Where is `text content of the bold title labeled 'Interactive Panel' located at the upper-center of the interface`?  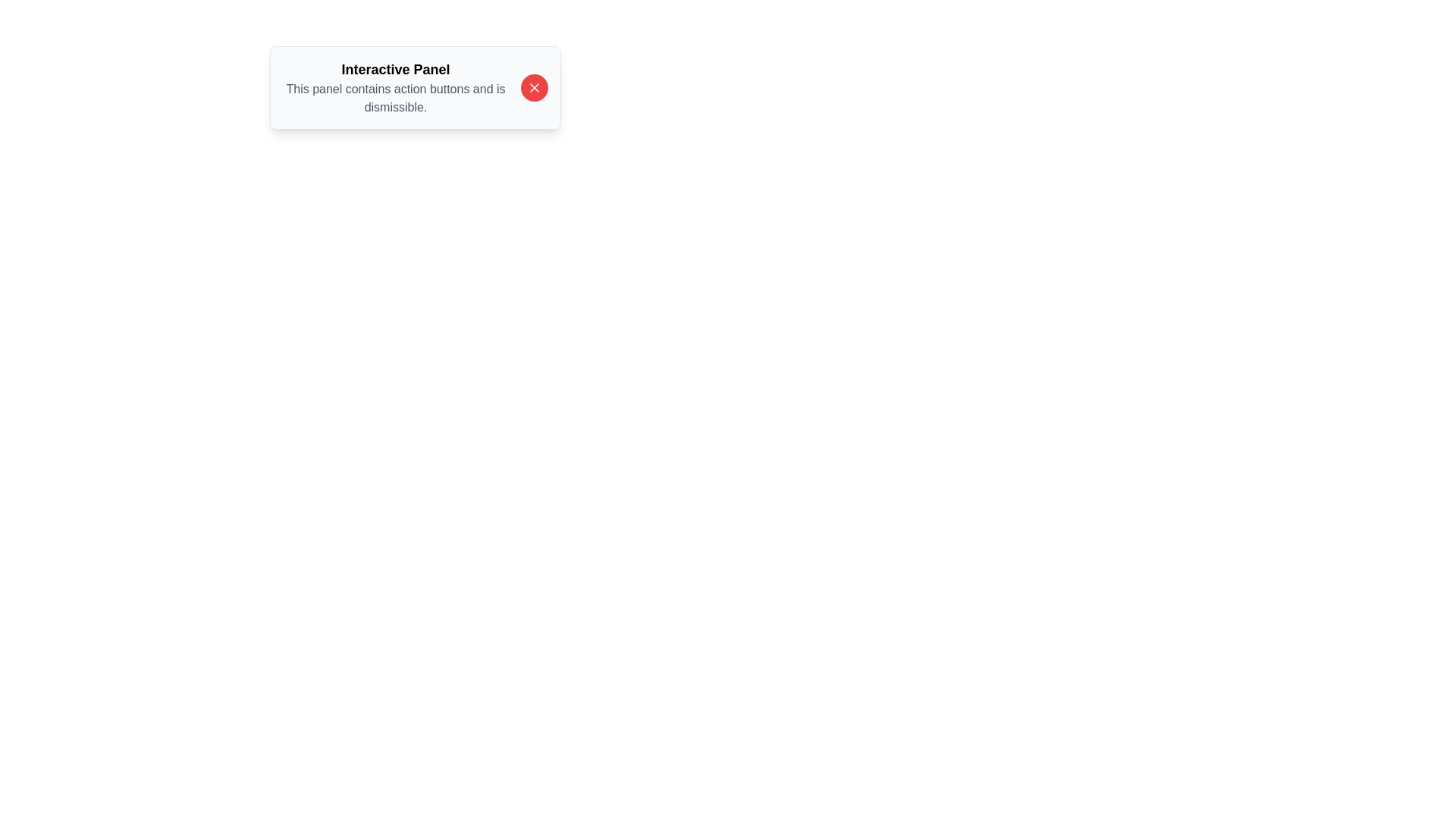
text content of the bold title labeled 'Interactive Panel' located at the upper-center of the interface is located at coordinates (396, 70).